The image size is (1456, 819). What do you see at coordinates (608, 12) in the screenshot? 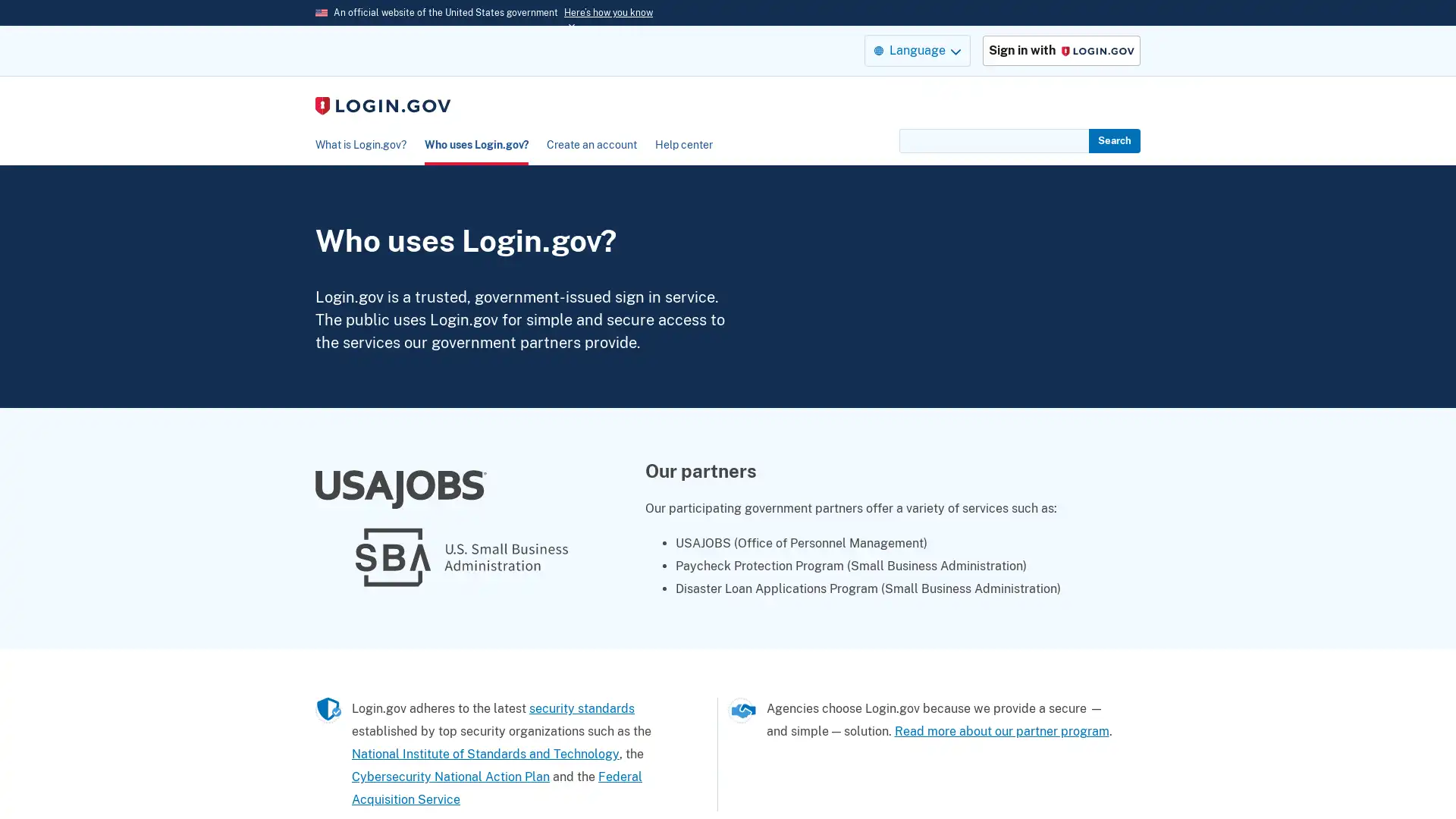
I see `Heres how you know` at bounding box center [608, 12].